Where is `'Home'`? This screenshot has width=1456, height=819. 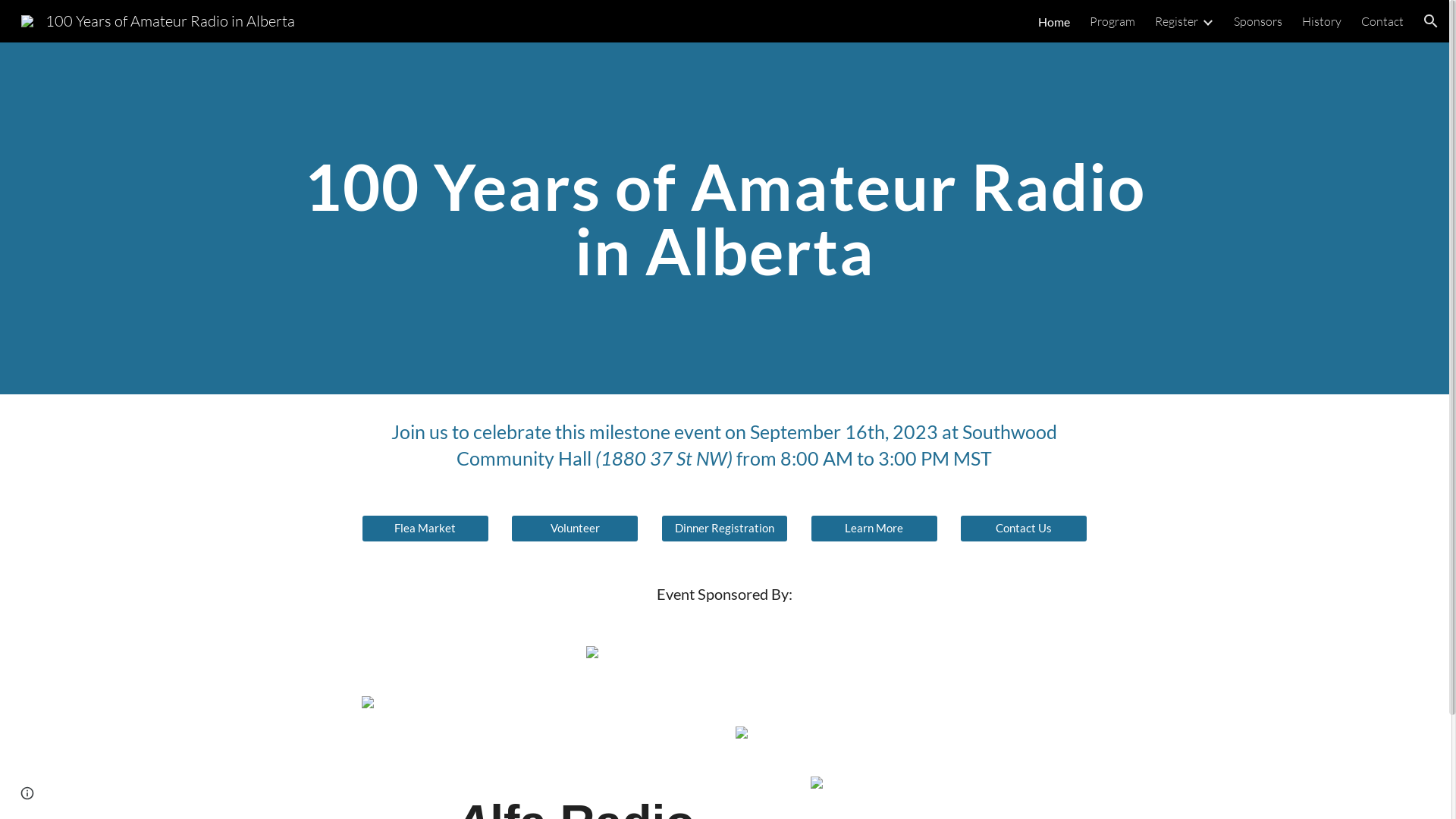 'Home' is located at coordinates (1053, 20).